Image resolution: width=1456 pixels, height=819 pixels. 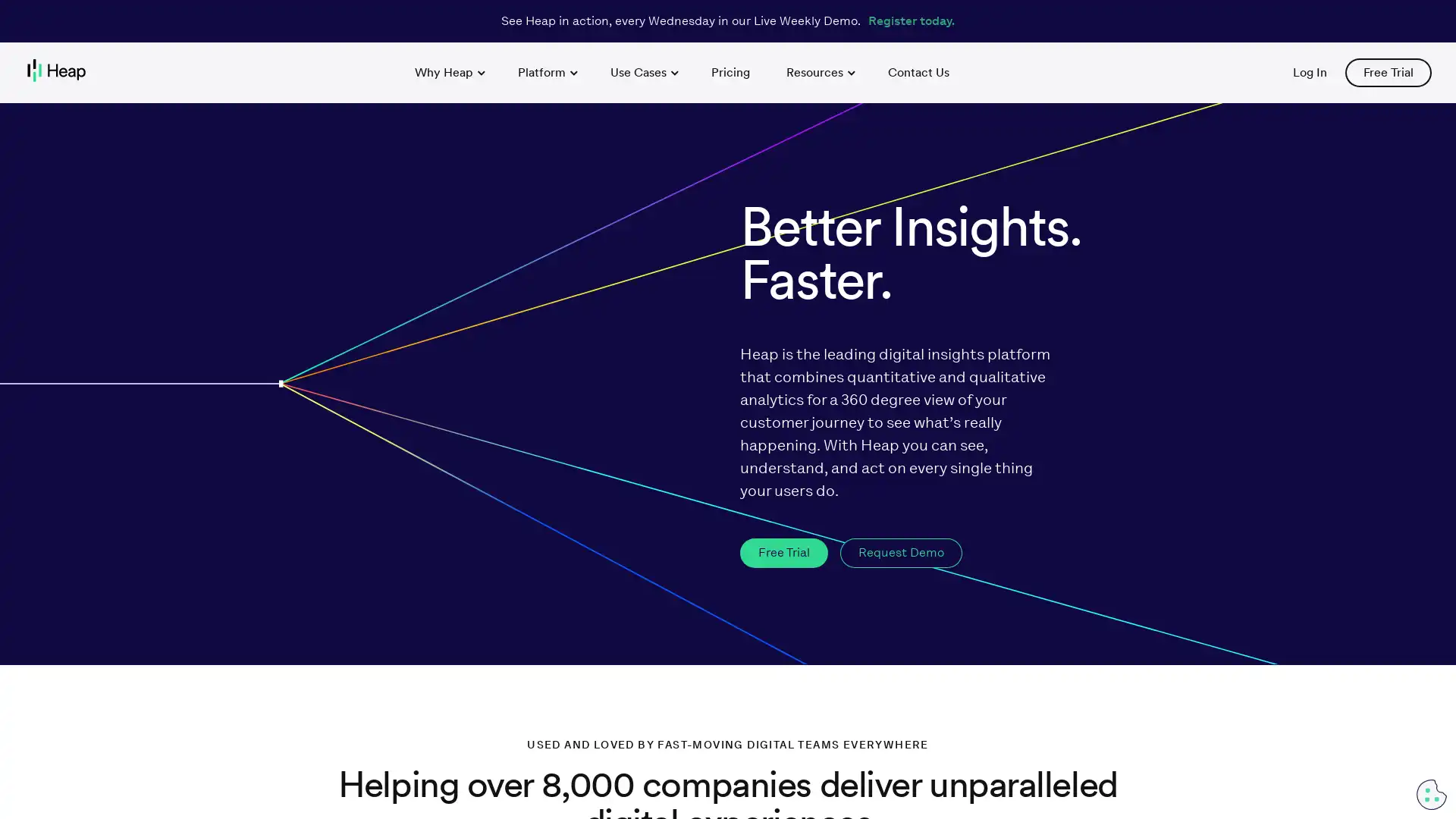 What do you see at coordinates (545, 73) in the screenshot?
I see `Platform` at bounding box center [545, 73].